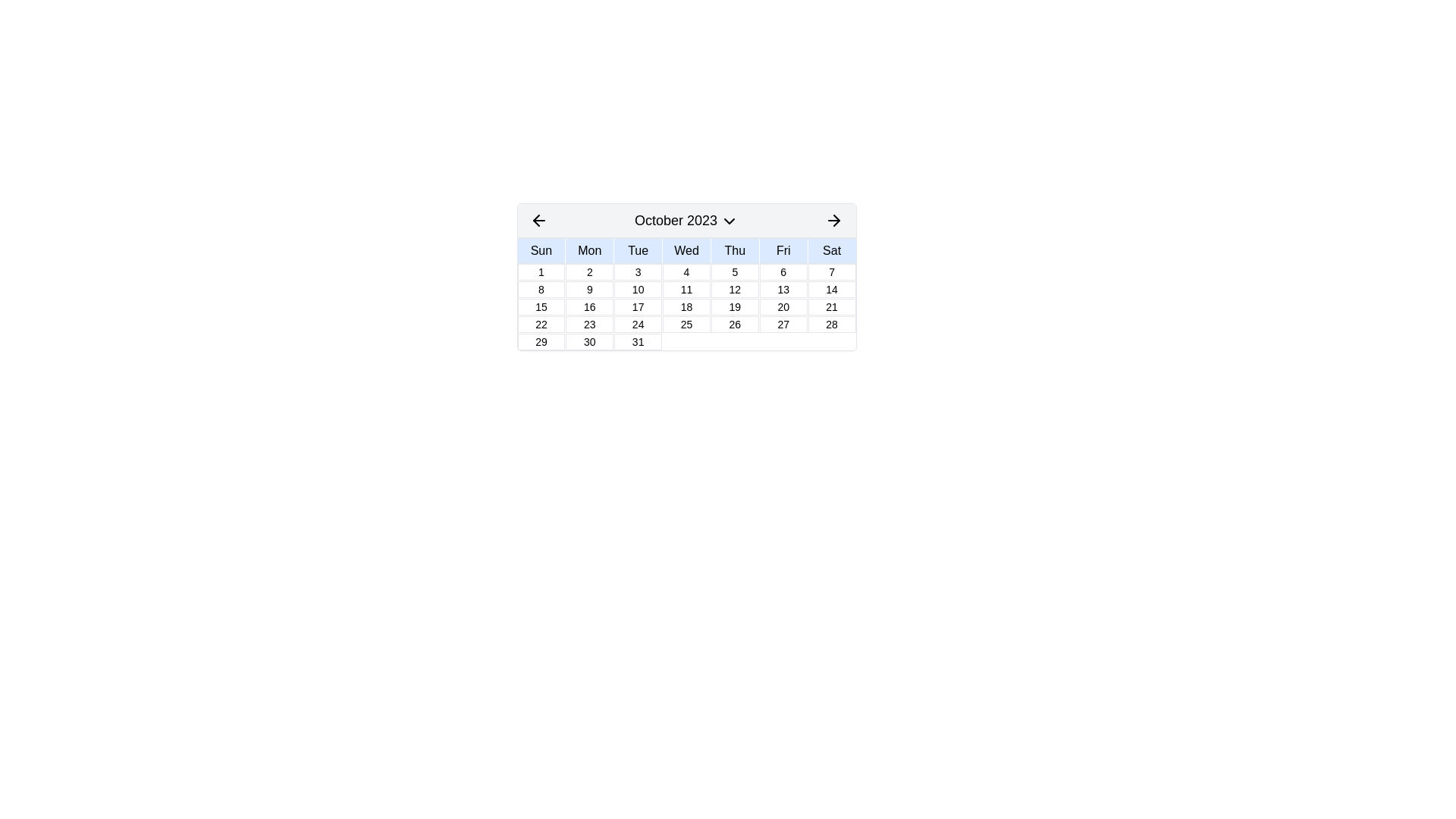 Image resolution: width=1456 pixels, height=819 pixels. Describe the element at coordinates (686, 307) in the screenshot. I see `the Calendar Day Cell representing the date '18'` at that location.